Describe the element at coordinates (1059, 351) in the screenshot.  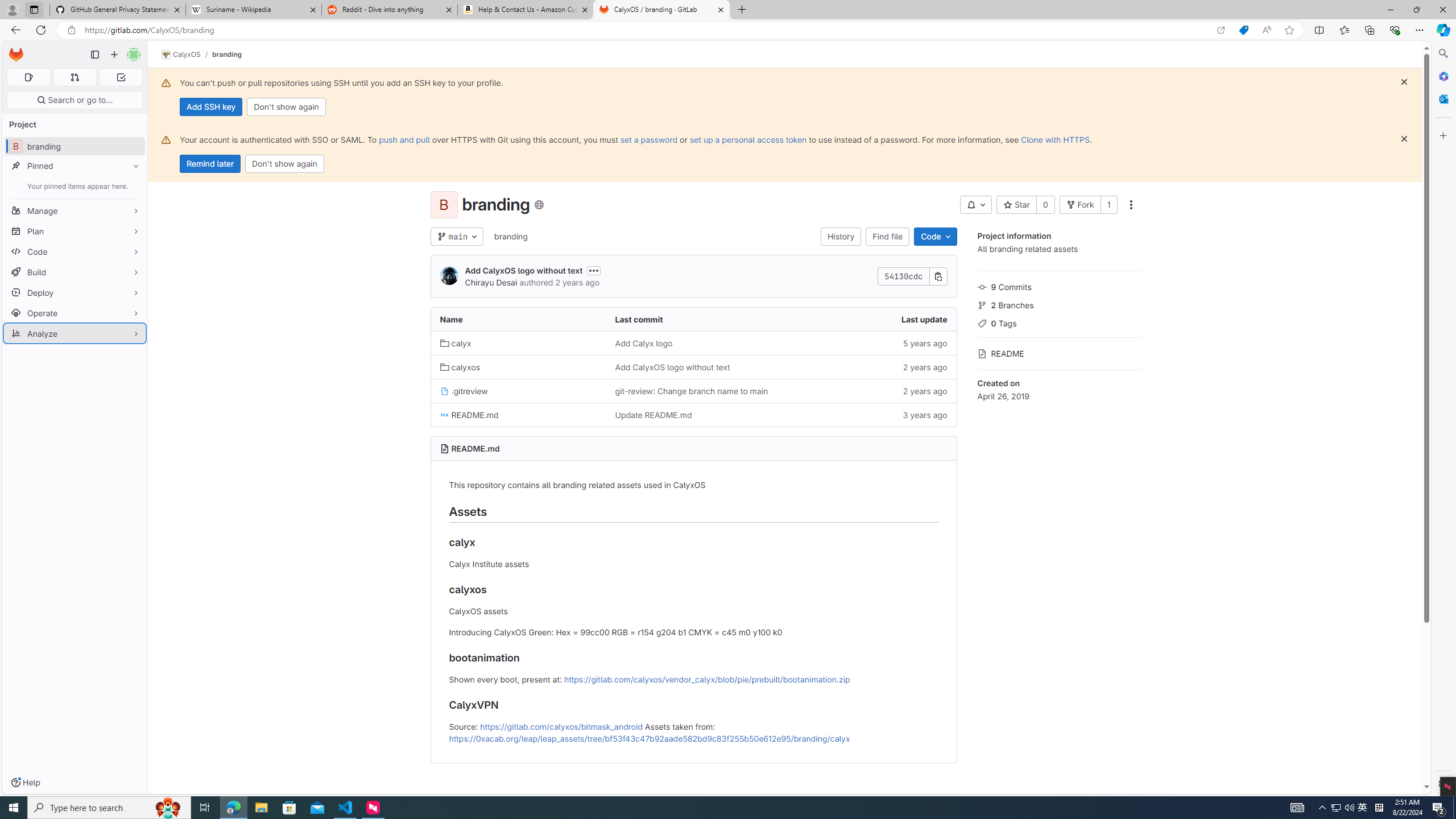
I see `'README'` at that location.